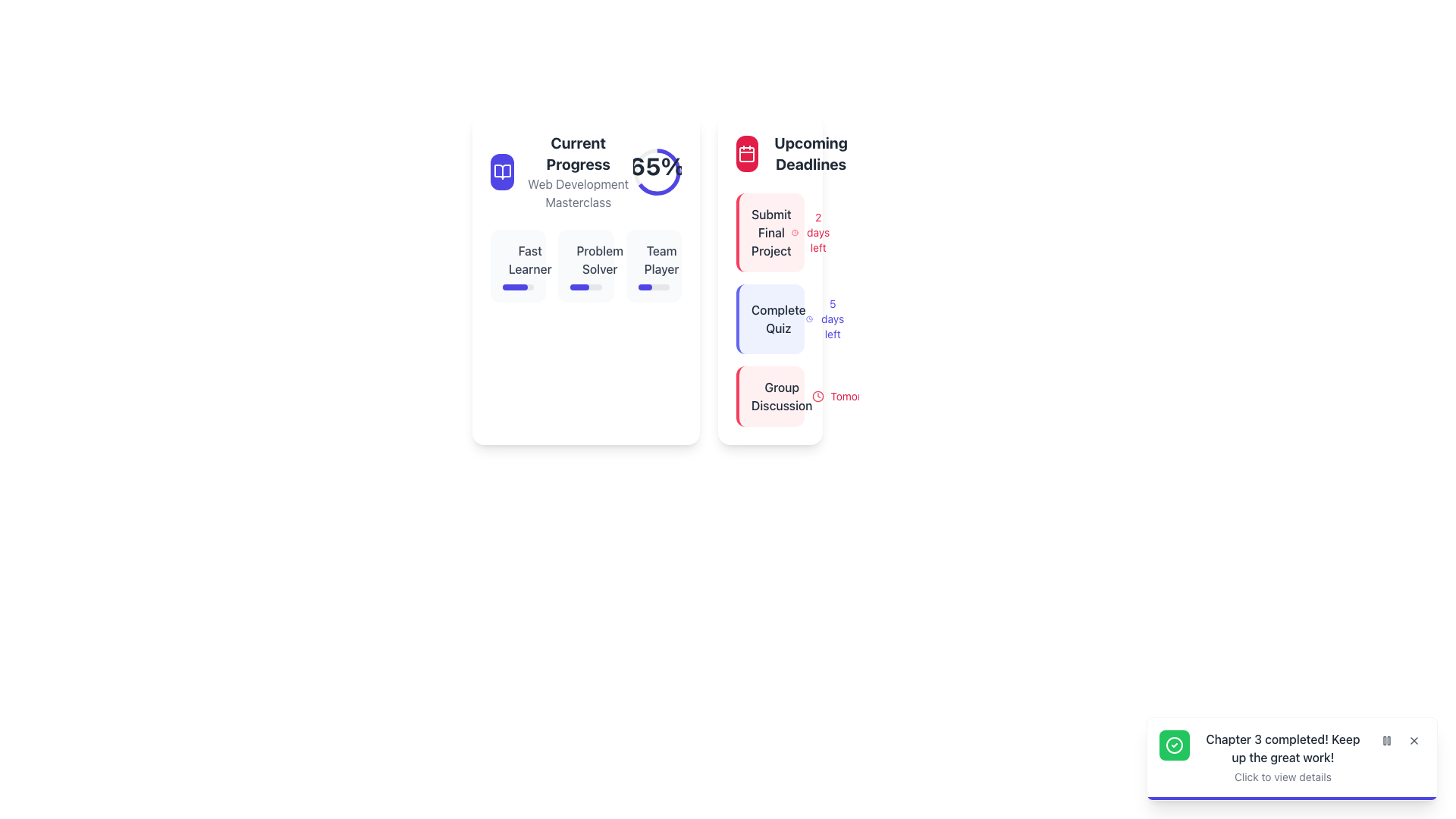 This screenshot has width=1456, height=819. Describe the element at coordinates (1291, 758) in the screenshot. I see `the Notification card located at the bottom-right corner of the interface` at that location.